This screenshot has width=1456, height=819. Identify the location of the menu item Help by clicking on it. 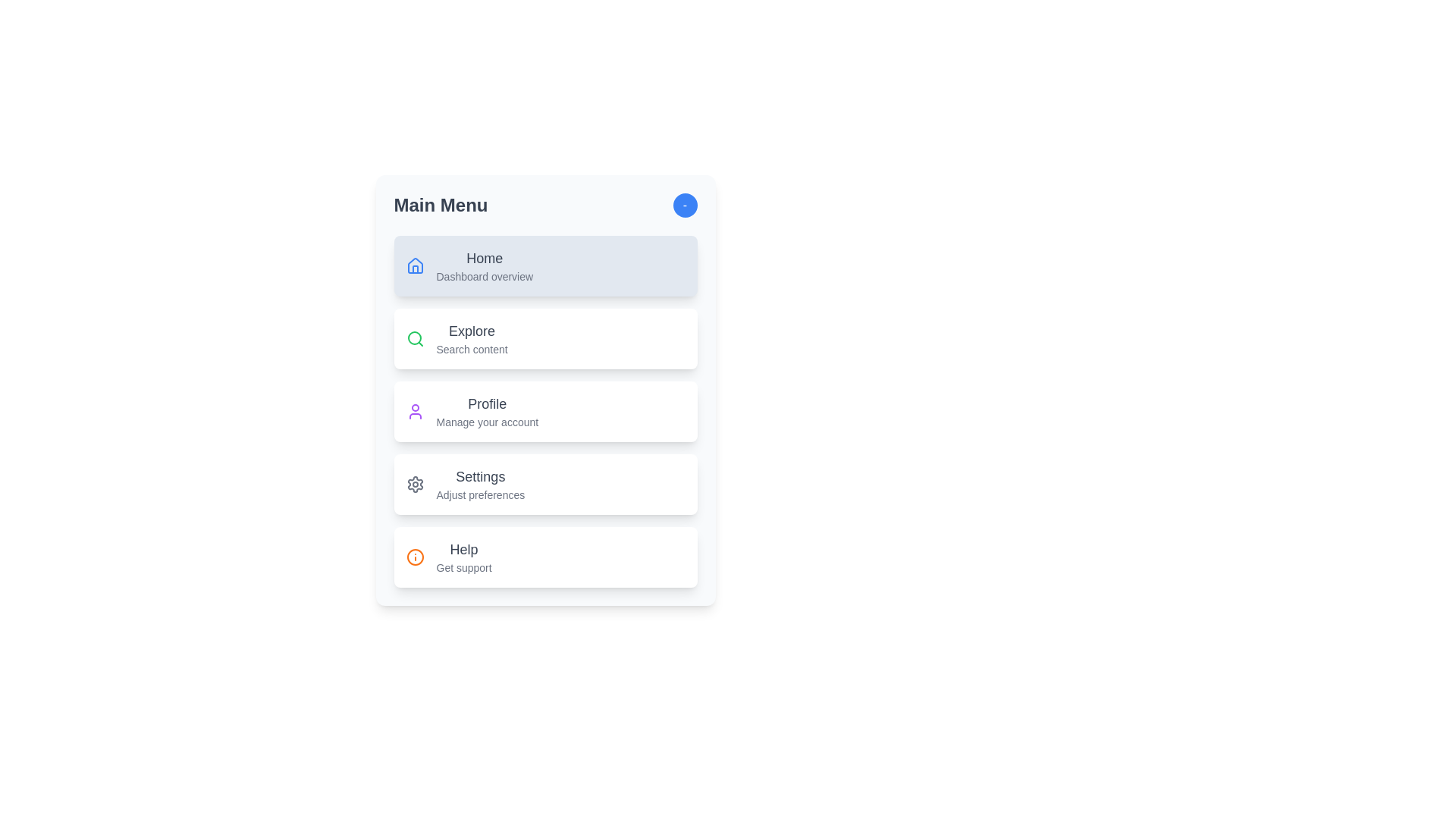
(545, 557).